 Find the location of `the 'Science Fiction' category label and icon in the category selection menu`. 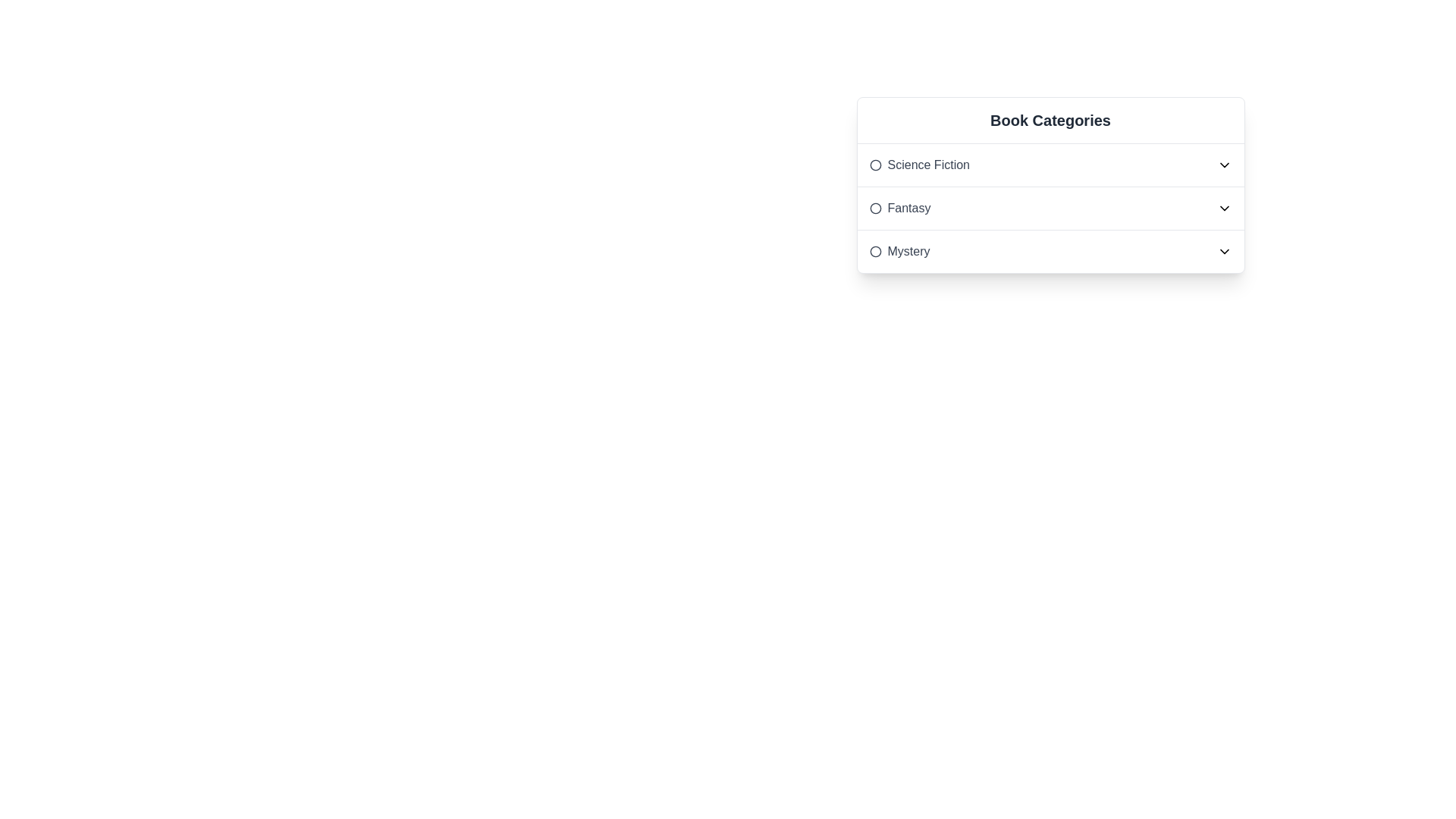

the 'Science Fiction' category label and icon in the category selection menu is located at coordinates (918, 165).